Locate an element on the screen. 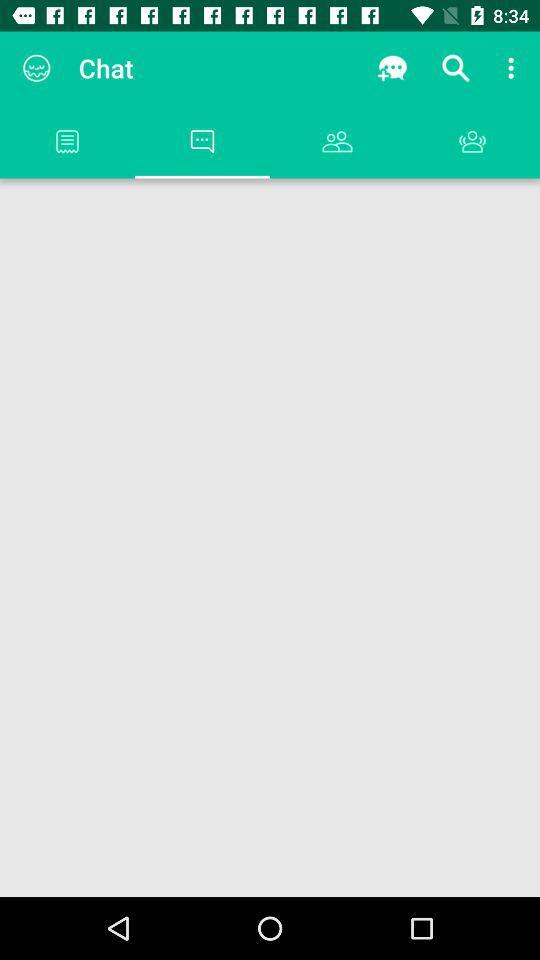  app next to chat is located at coordinates (36, 68).